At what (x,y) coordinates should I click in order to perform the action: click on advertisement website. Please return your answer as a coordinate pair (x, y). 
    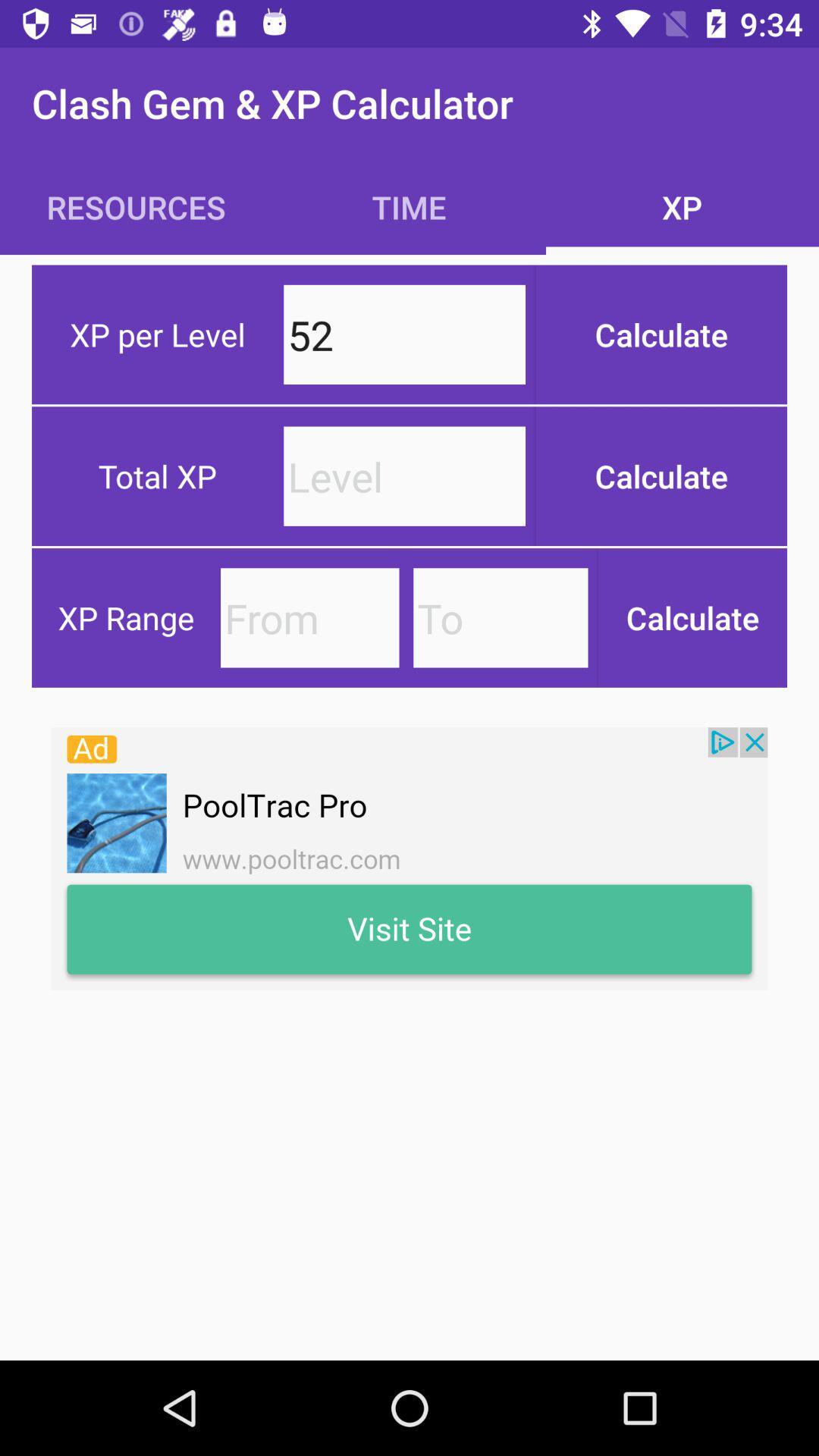
    Looking at the image, I should click on (409, 858).